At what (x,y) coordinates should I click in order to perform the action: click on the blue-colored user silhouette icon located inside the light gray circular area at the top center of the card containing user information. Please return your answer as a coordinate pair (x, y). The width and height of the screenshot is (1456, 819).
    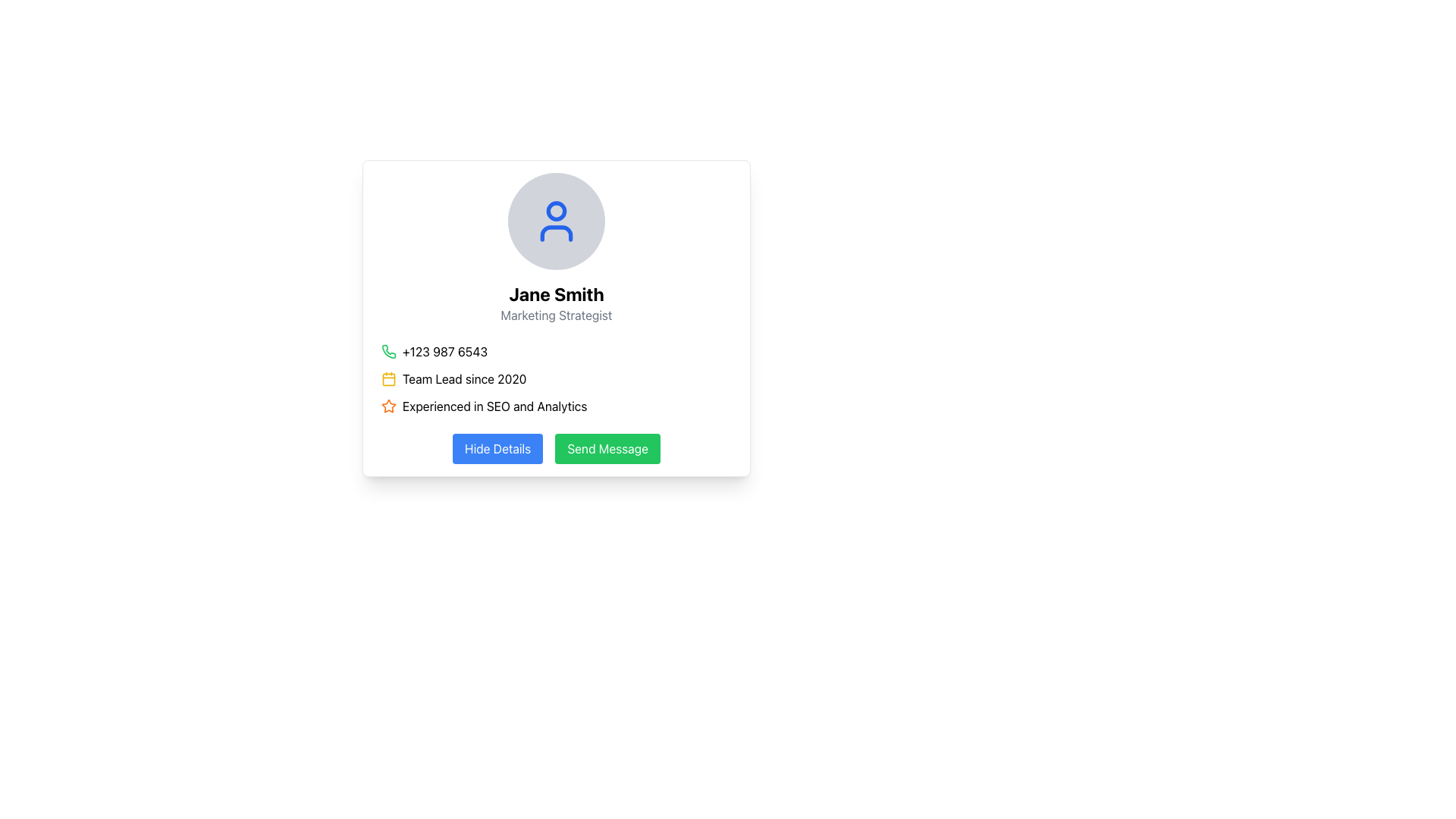
    Looking at the image, I should click on (556, 221).